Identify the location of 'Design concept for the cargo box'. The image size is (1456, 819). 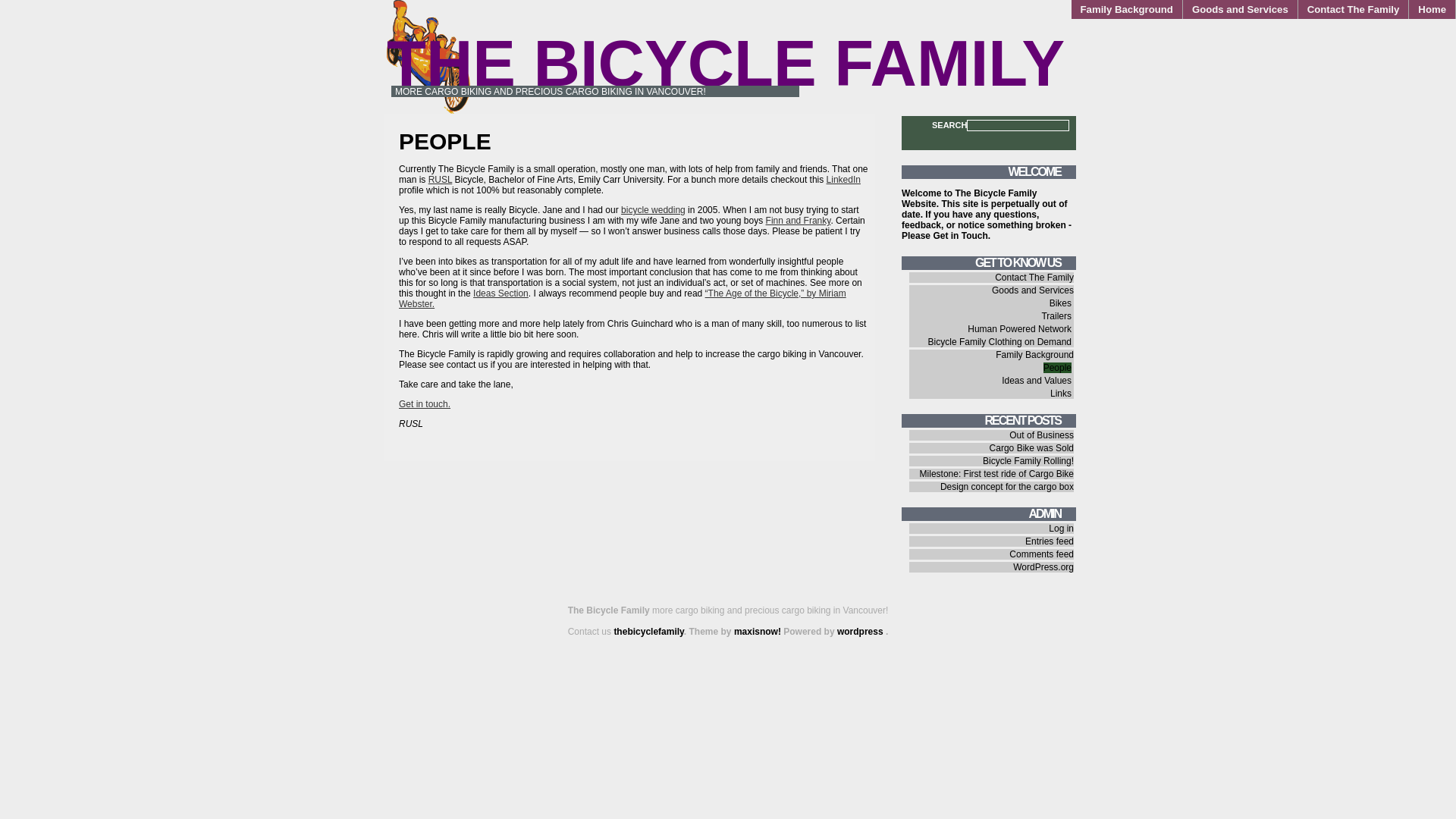
(1007, 486).